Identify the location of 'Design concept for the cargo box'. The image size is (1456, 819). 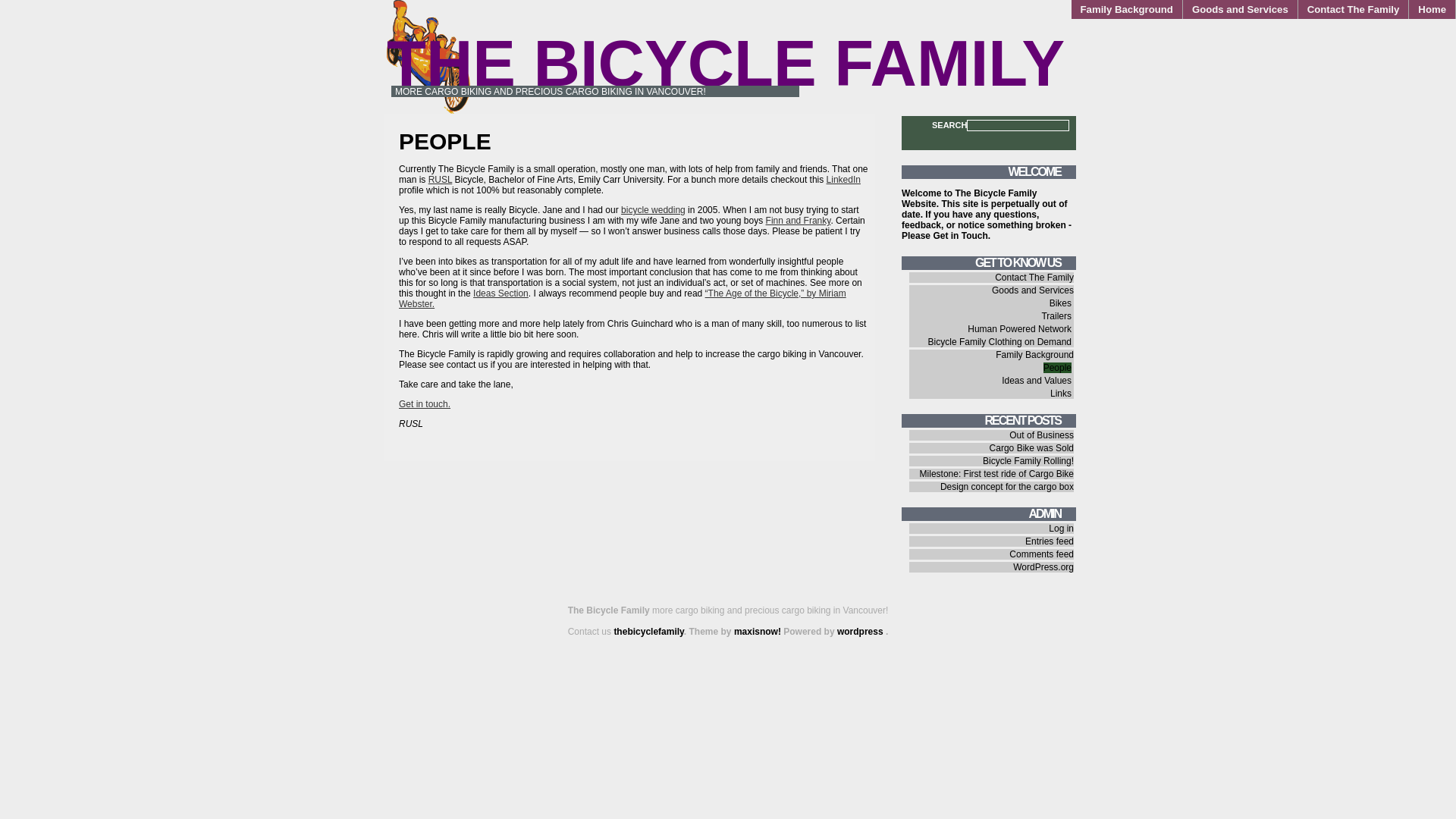
(1007, 486).